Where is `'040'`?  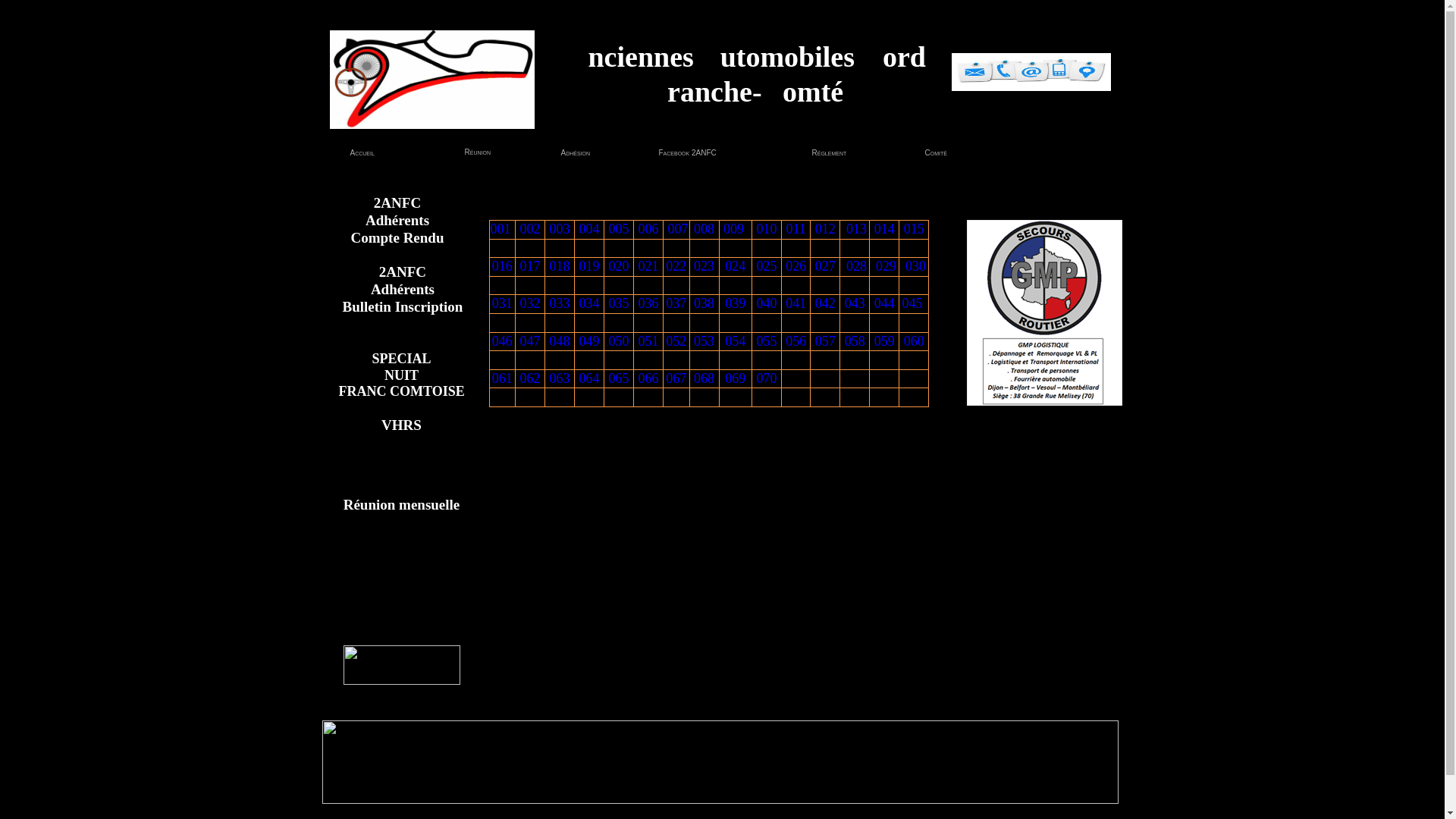 '040' is located at coordinates (767, 303).